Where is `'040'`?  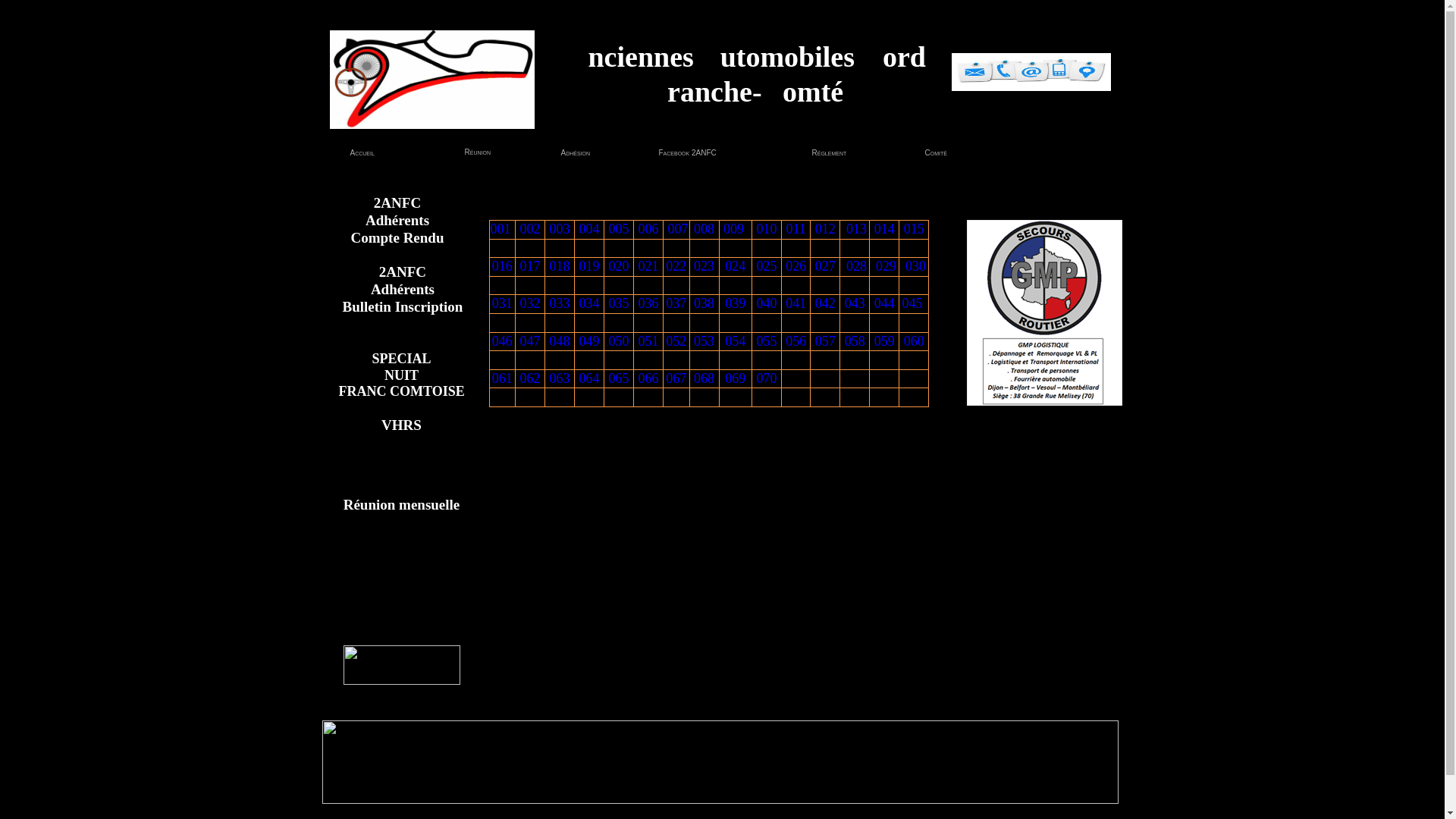 '040' is located at coordinates (767, 303).